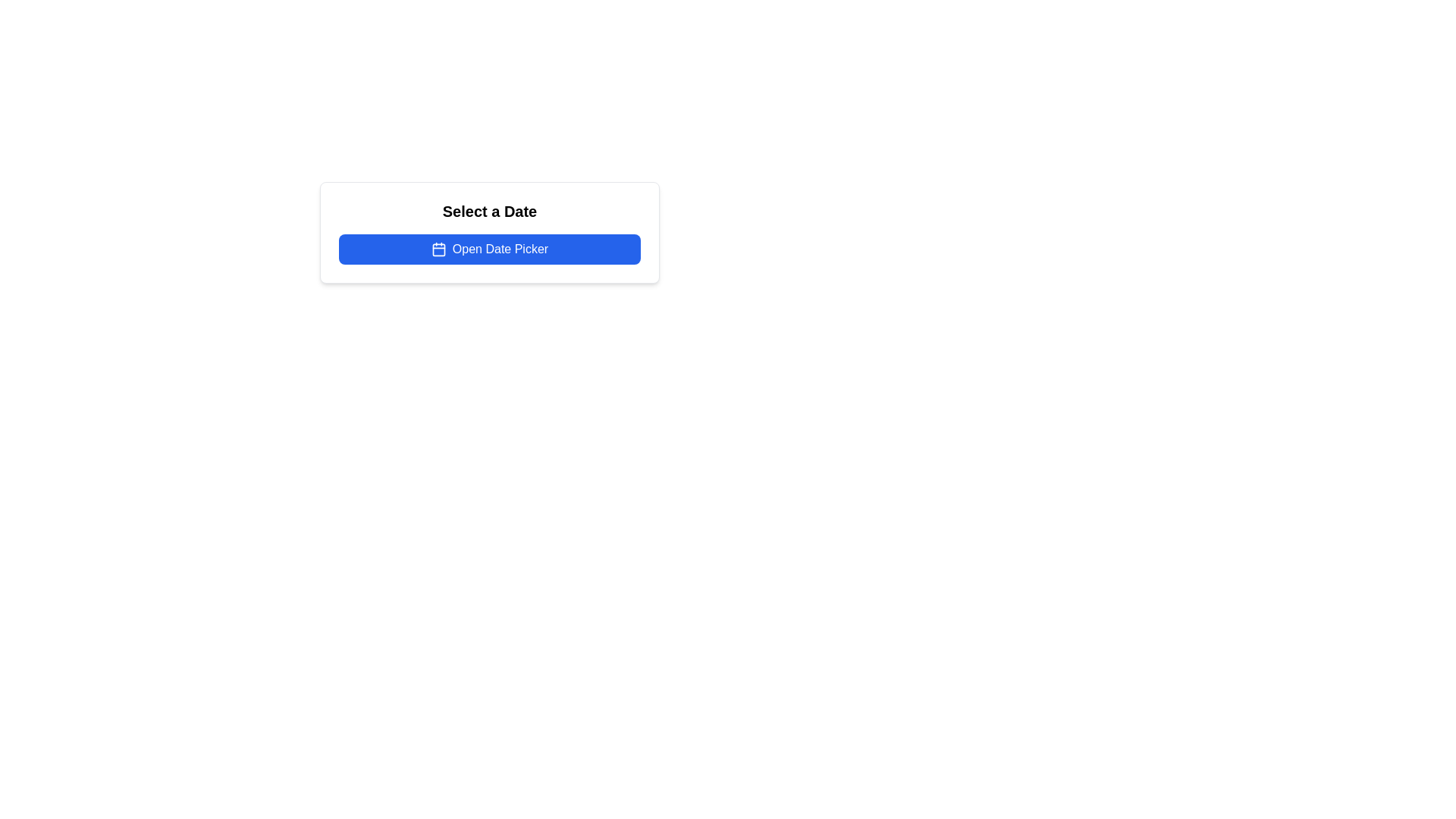 Image resolution: width=1456 pixels, height=819 pixels. Describe the element at coordinates (490, 248) in the screenshot. I see `keyboard navigation` at that location.